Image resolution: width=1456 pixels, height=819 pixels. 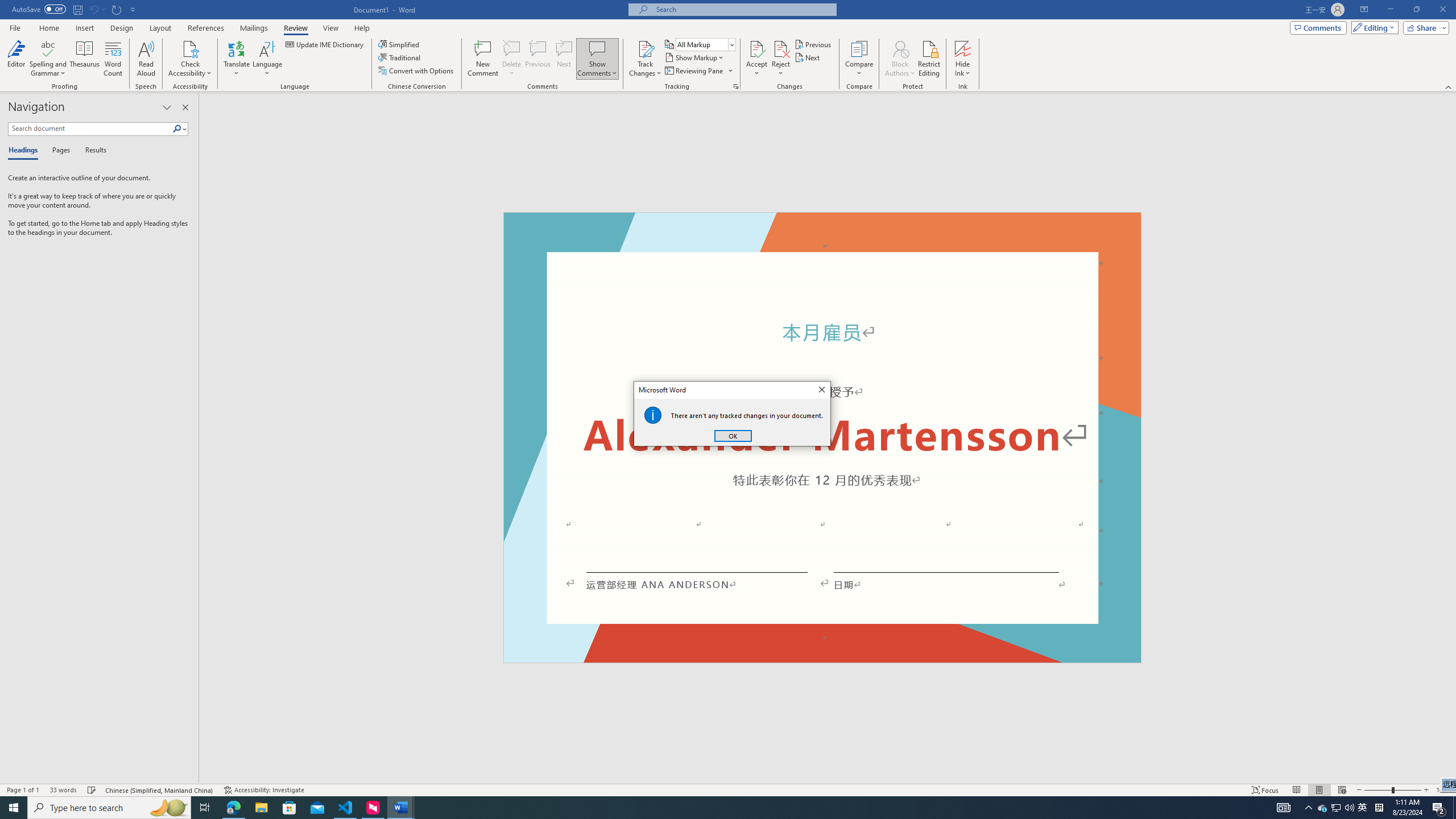 I want to click on 'Search document', so click(x=90, y=128).